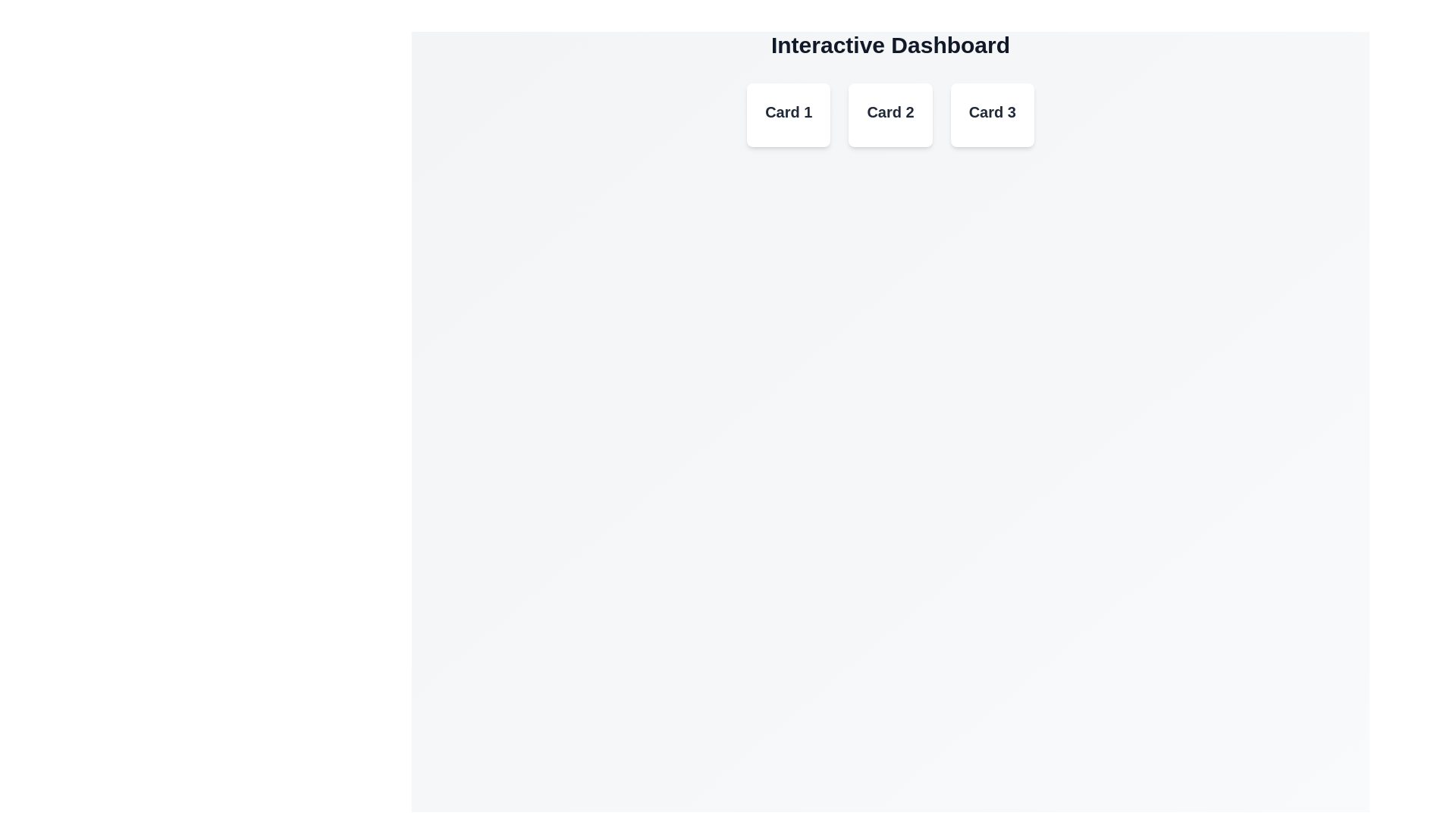 This screenshot has width=1456, height=819. I want to click on the static text label 'Card 1' which identifies the first card component in the dashboard interface, so click(789, 111).